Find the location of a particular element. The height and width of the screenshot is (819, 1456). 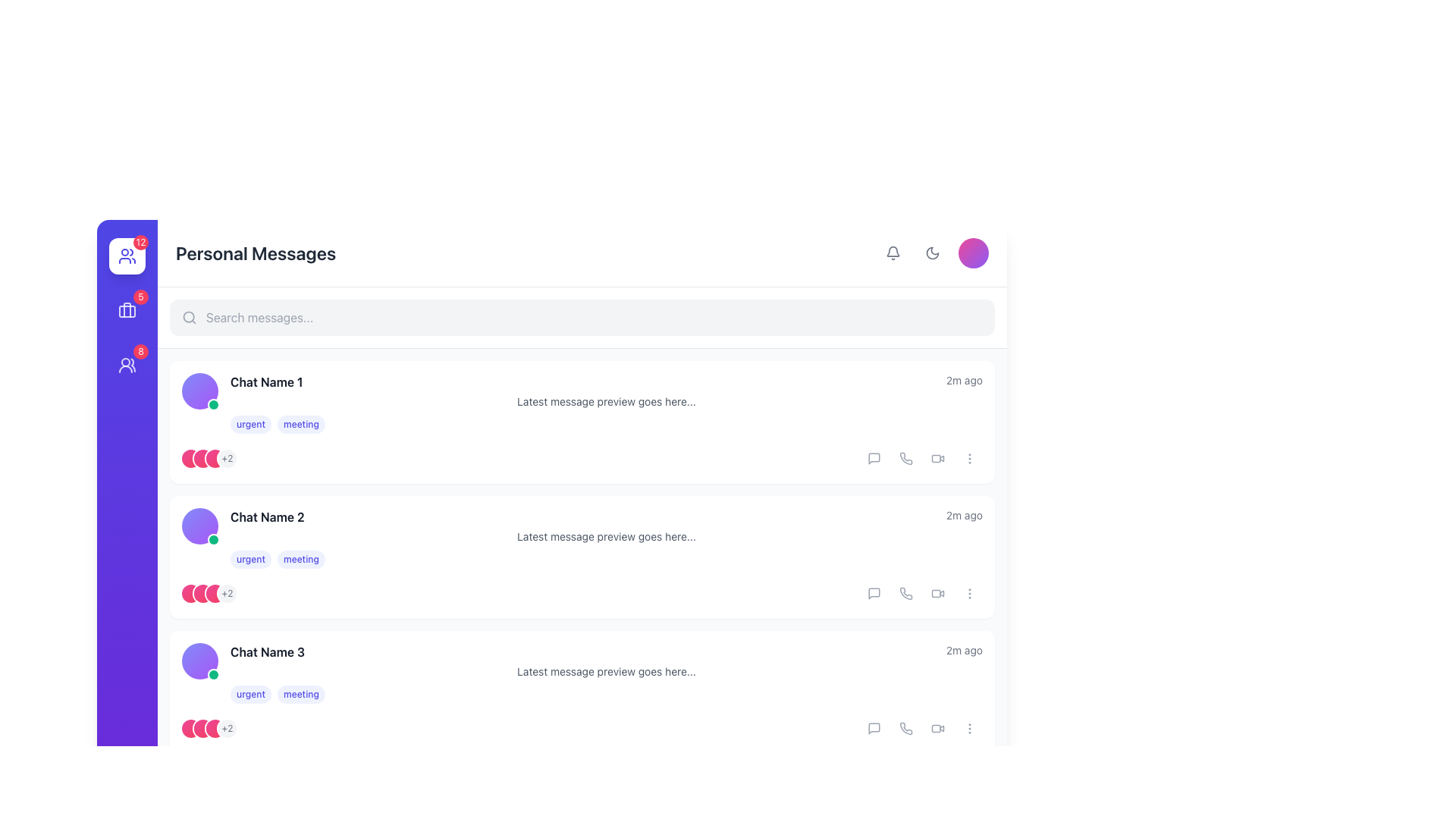

the informational badge or icon indicating there are 2 more items beyond the displayed ones, located at the rightmost end of the set of overlapping pink circular icons within the chat card is located at coordinates (208, 727).